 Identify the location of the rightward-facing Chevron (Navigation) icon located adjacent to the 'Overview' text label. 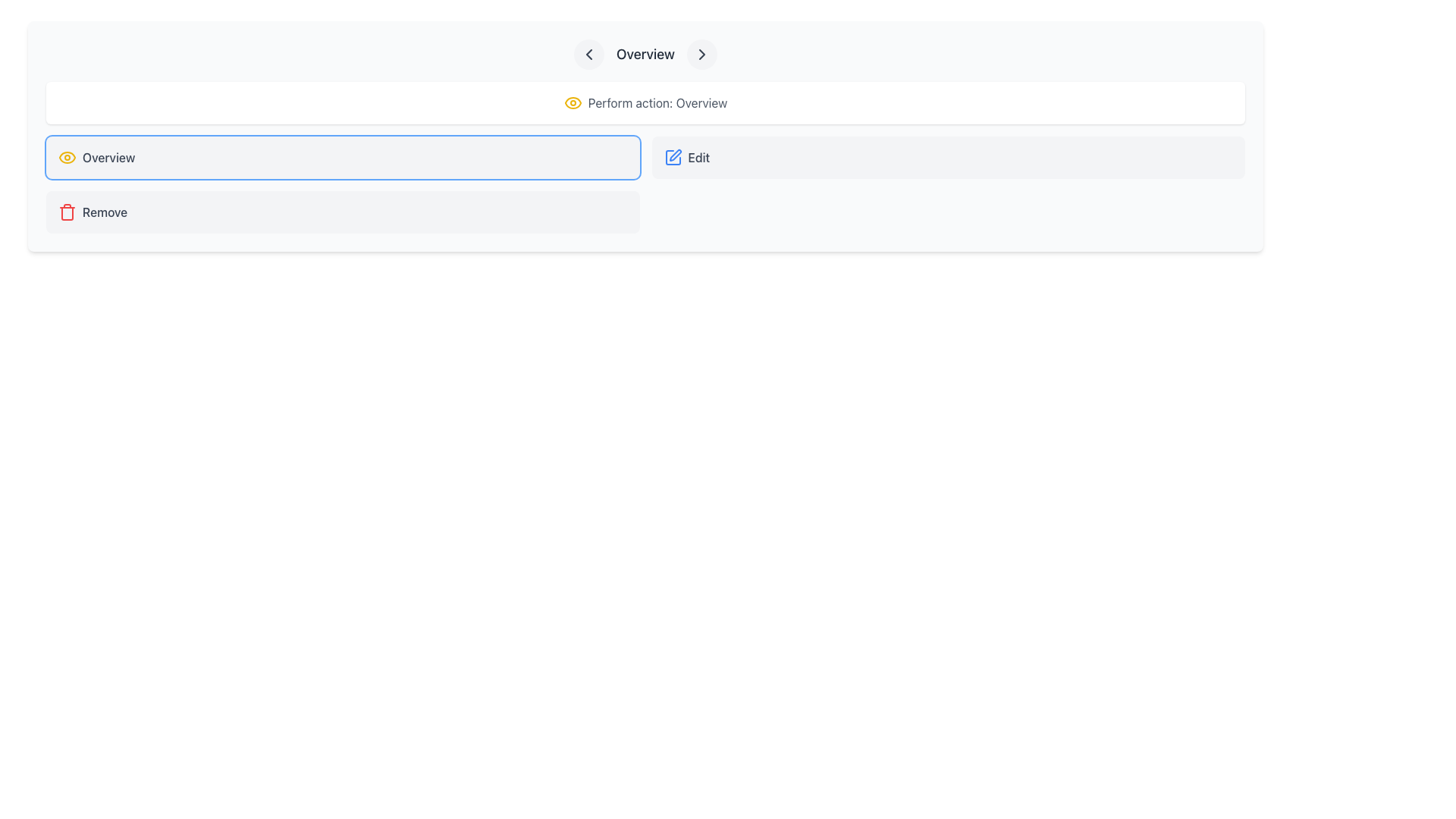
(701, 54).